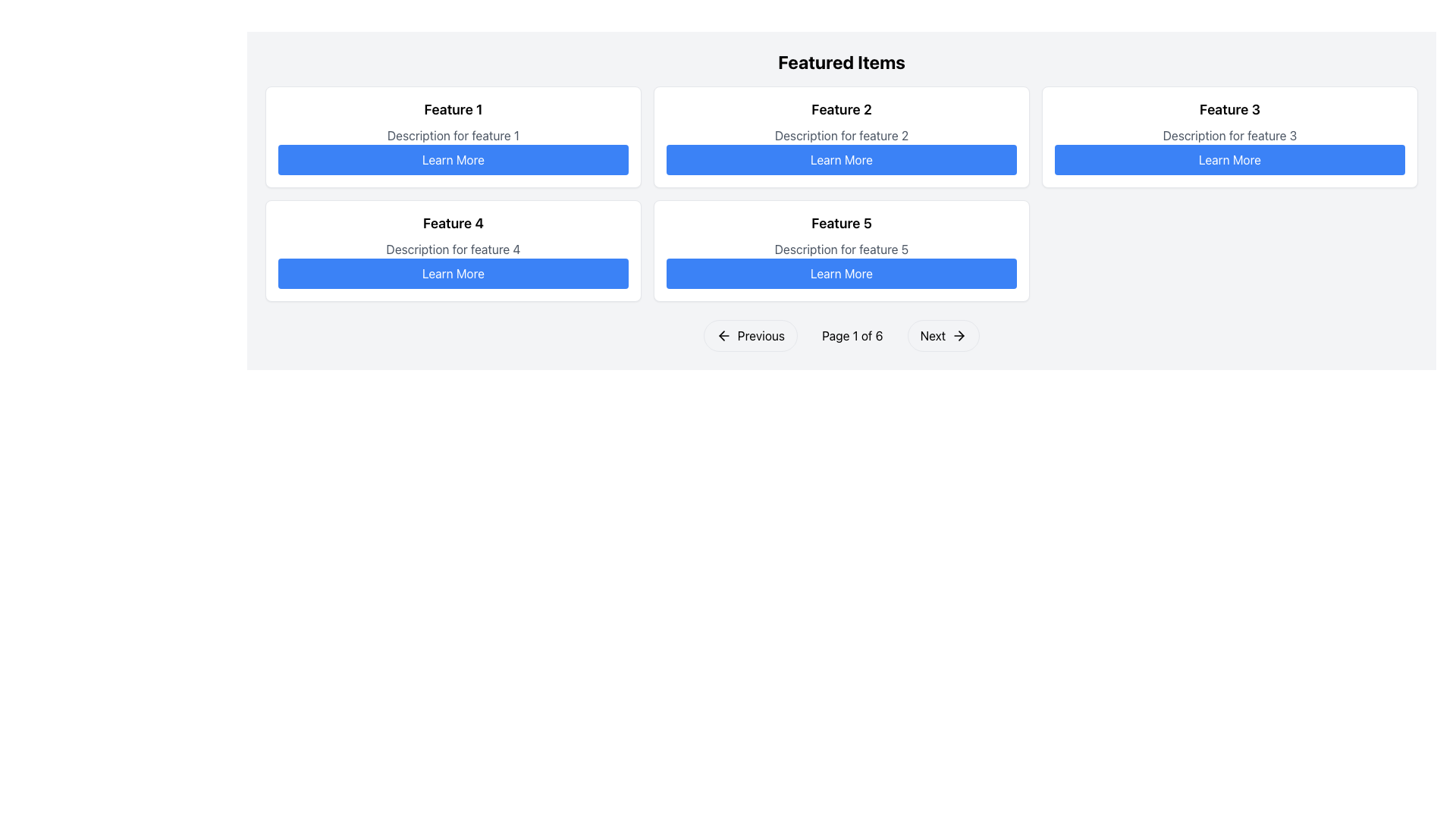 Image resolution: width=1456 pixels, height=819 pixels. What do you see at coordinates (840, 274) in the screenshot?
I see `the 'Learn More' button, which is a vibrant blue rounded rectangular button located at the bottom of the card labeled 'Feature 5'` at bounding box center [840, 274].